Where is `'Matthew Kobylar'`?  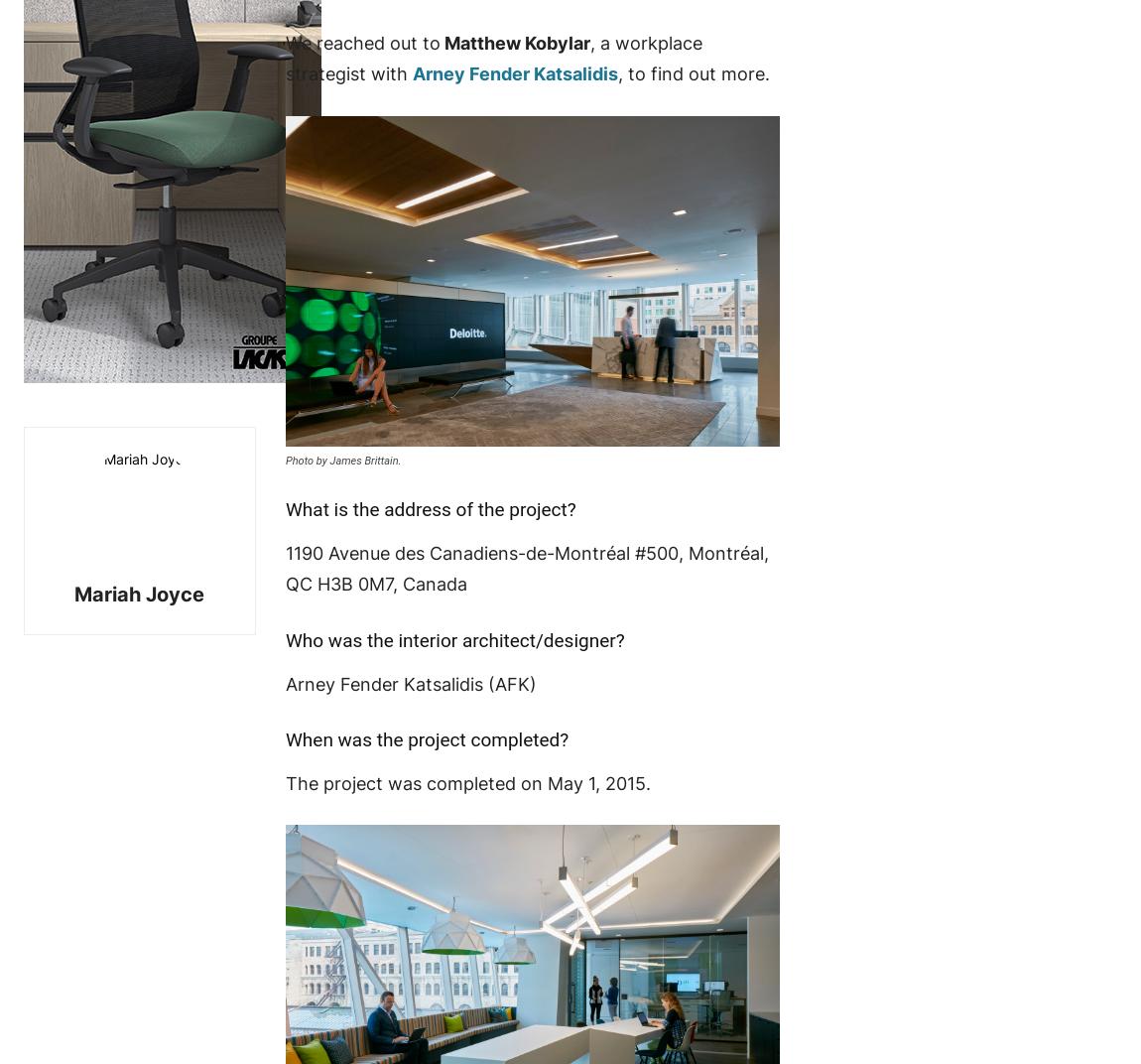 'Matthew Kobylar' is located at coordinates (514, 42).